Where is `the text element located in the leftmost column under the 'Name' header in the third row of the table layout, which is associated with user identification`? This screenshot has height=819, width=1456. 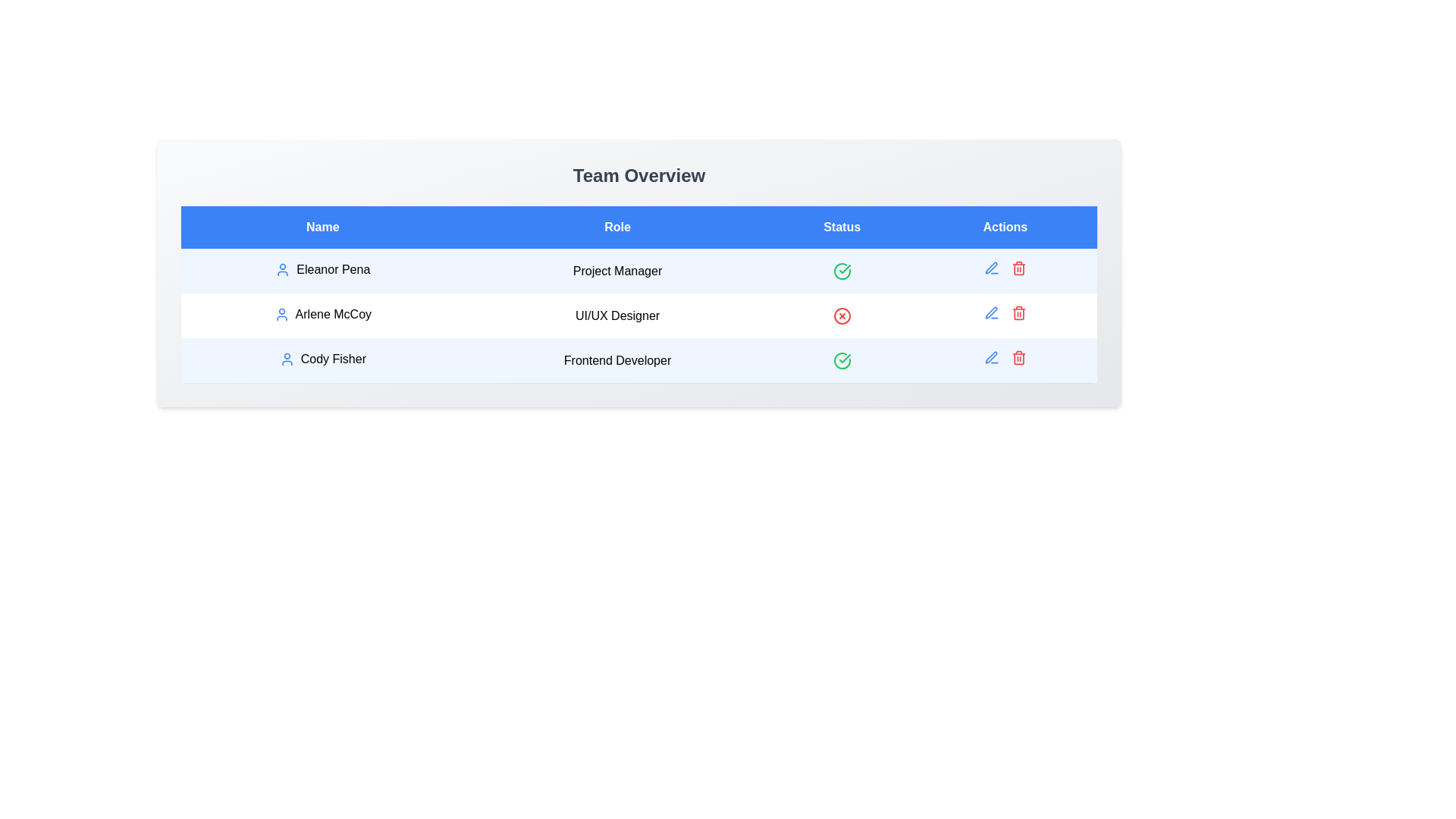 the text element located in the leftmost column under the 'Name' header in the third row of the table layout, which is associated with user identification is located at coordinates (322, 359).